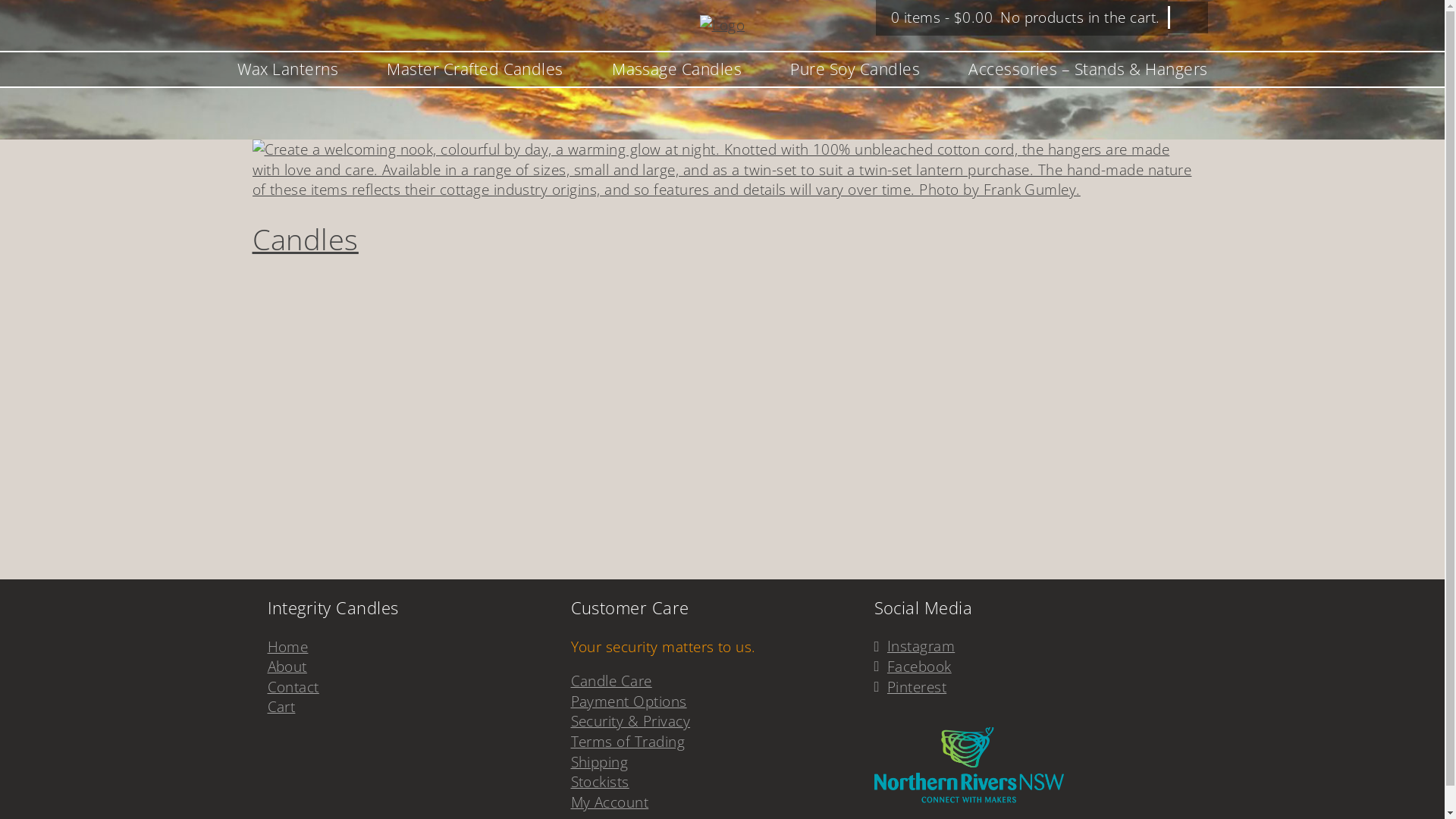 Image resolution: width=1456 pixels, height=819 pixels. Describe the element at coordinates (887, 666) in the screenshot. I see `'Facebook'` at that location.